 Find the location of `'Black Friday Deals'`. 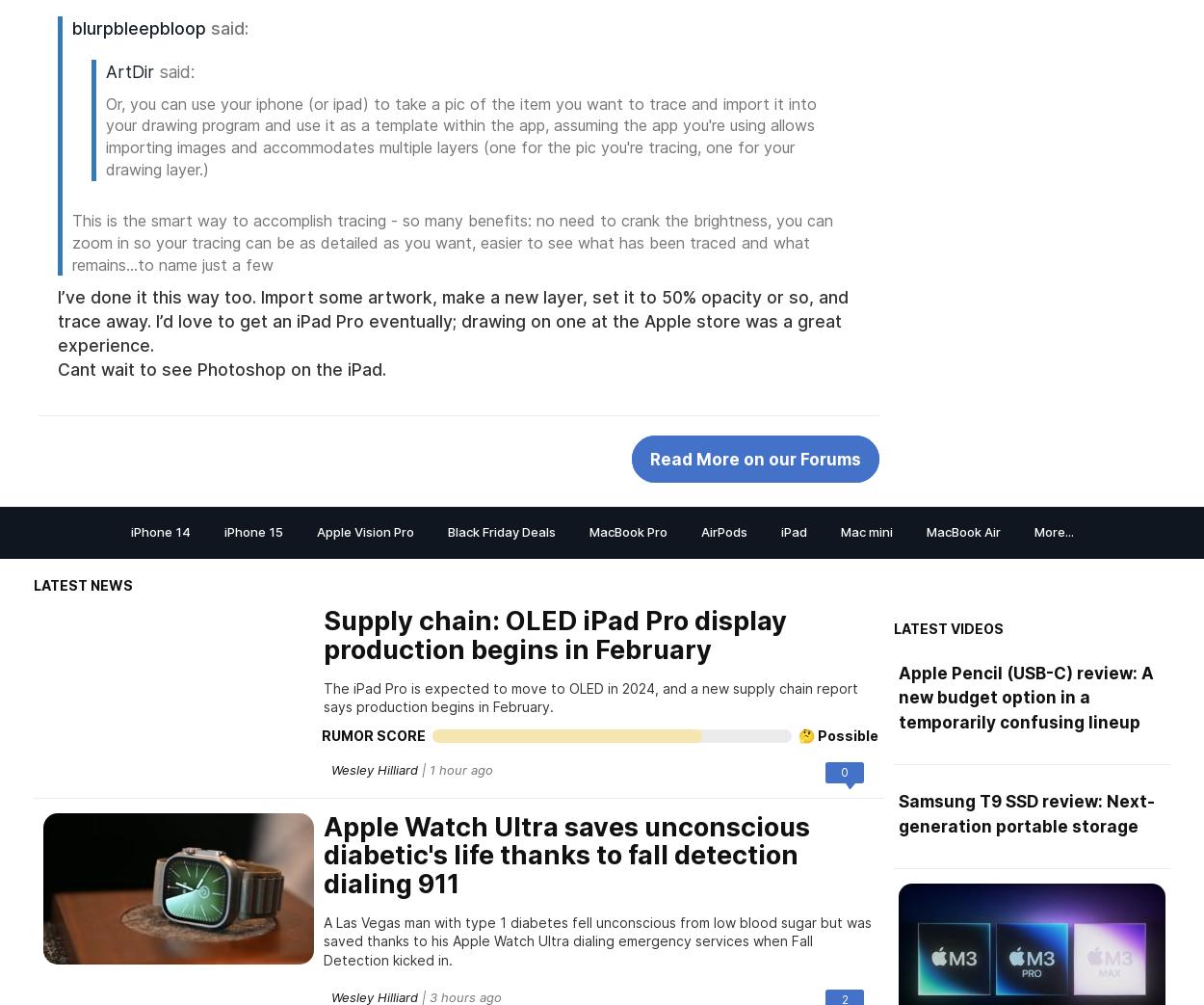

'Black Friday Deals' is located at coordinates (501, 531).